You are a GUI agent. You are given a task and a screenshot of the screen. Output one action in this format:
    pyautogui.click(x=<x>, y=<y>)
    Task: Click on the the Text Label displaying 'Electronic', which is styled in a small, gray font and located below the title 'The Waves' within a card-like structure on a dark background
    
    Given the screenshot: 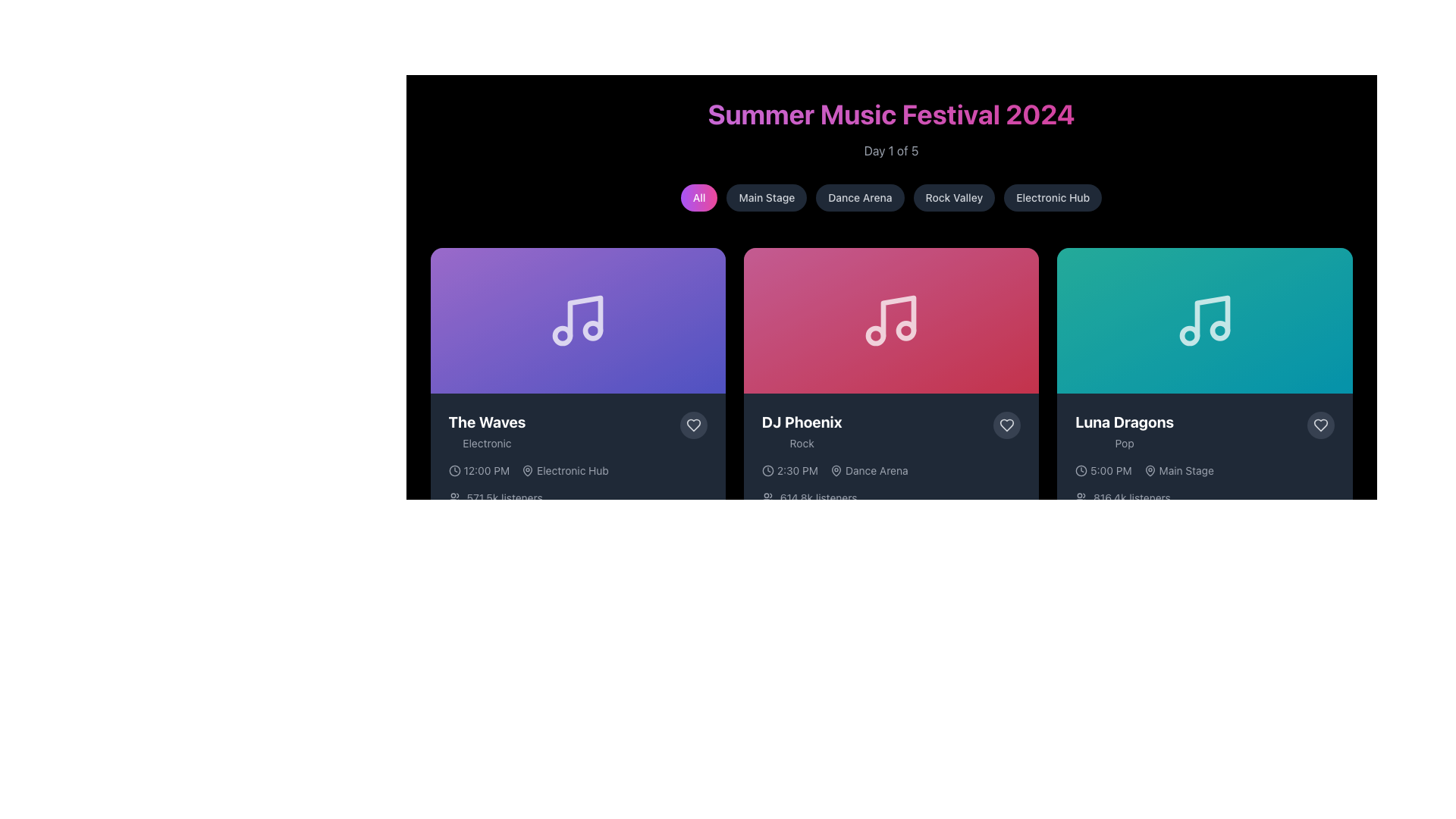 What is the action you would take?
    pyautogui.click(x=487, y=444)
    